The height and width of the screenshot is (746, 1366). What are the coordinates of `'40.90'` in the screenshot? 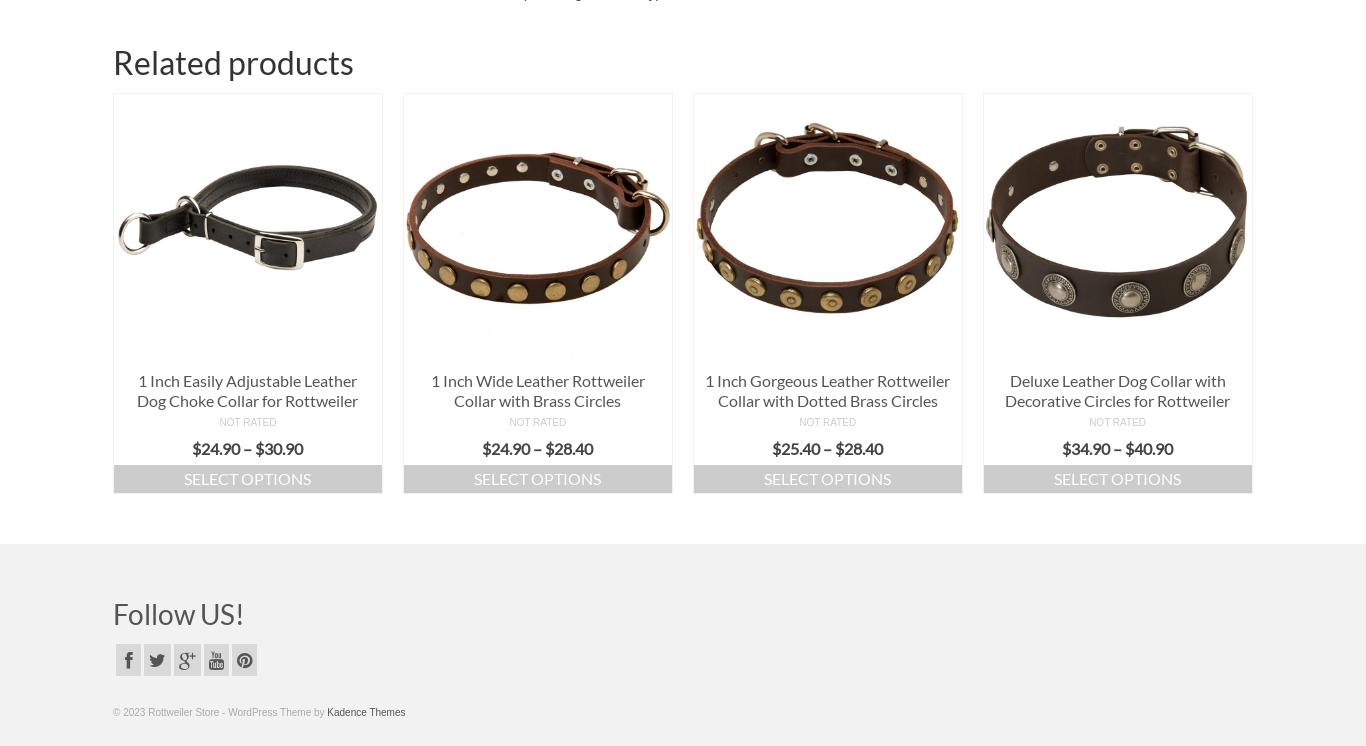 It's located at (1133, 448).